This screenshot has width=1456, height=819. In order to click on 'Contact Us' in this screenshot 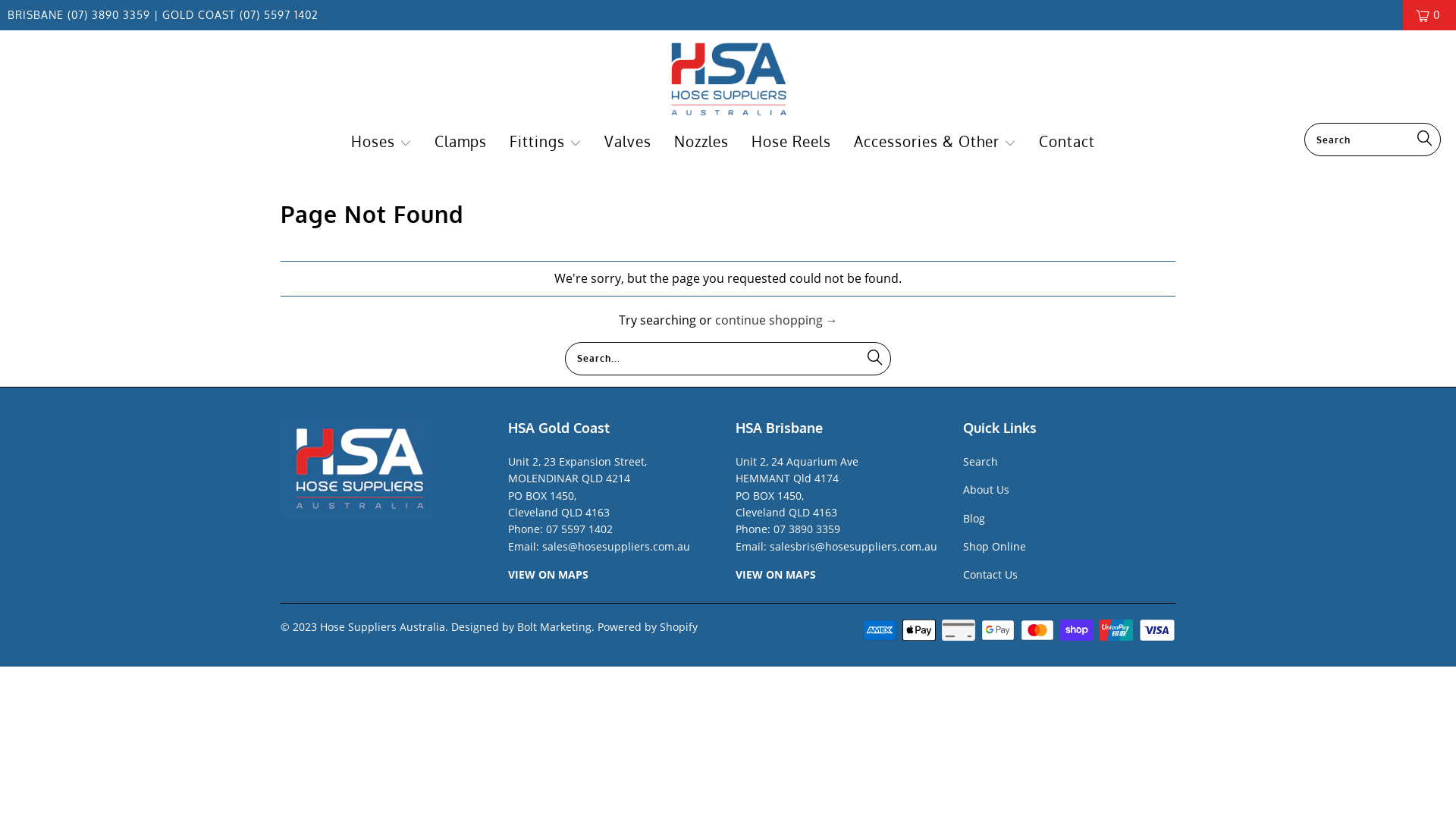, I will do `click(990, 574)`.